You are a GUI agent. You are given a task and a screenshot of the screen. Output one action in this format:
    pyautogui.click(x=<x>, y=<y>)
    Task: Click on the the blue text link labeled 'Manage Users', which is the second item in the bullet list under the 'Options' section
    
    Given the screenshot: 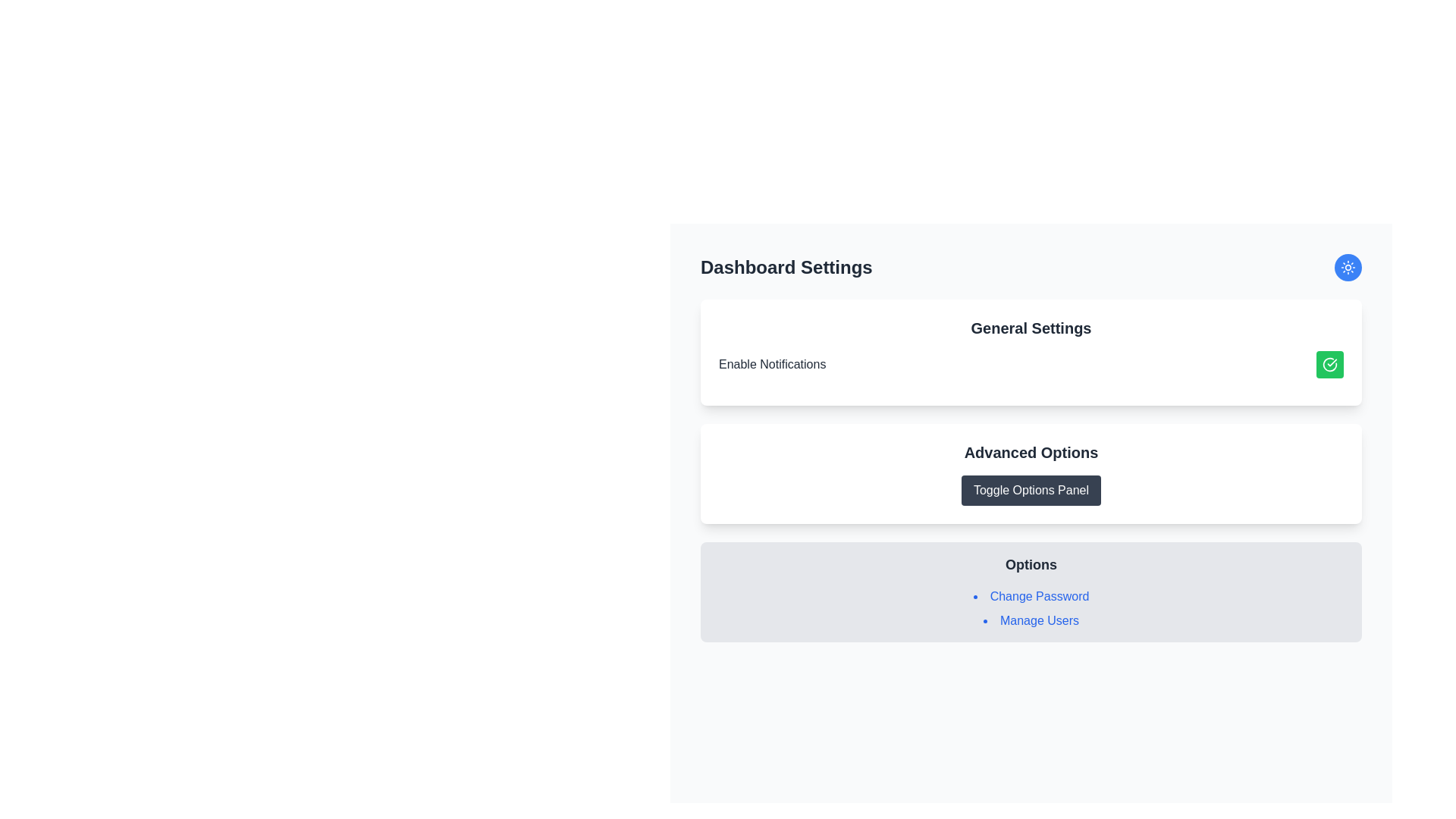 What is the action you would take?
    pyautogui.click(x=1031, y=620)
    